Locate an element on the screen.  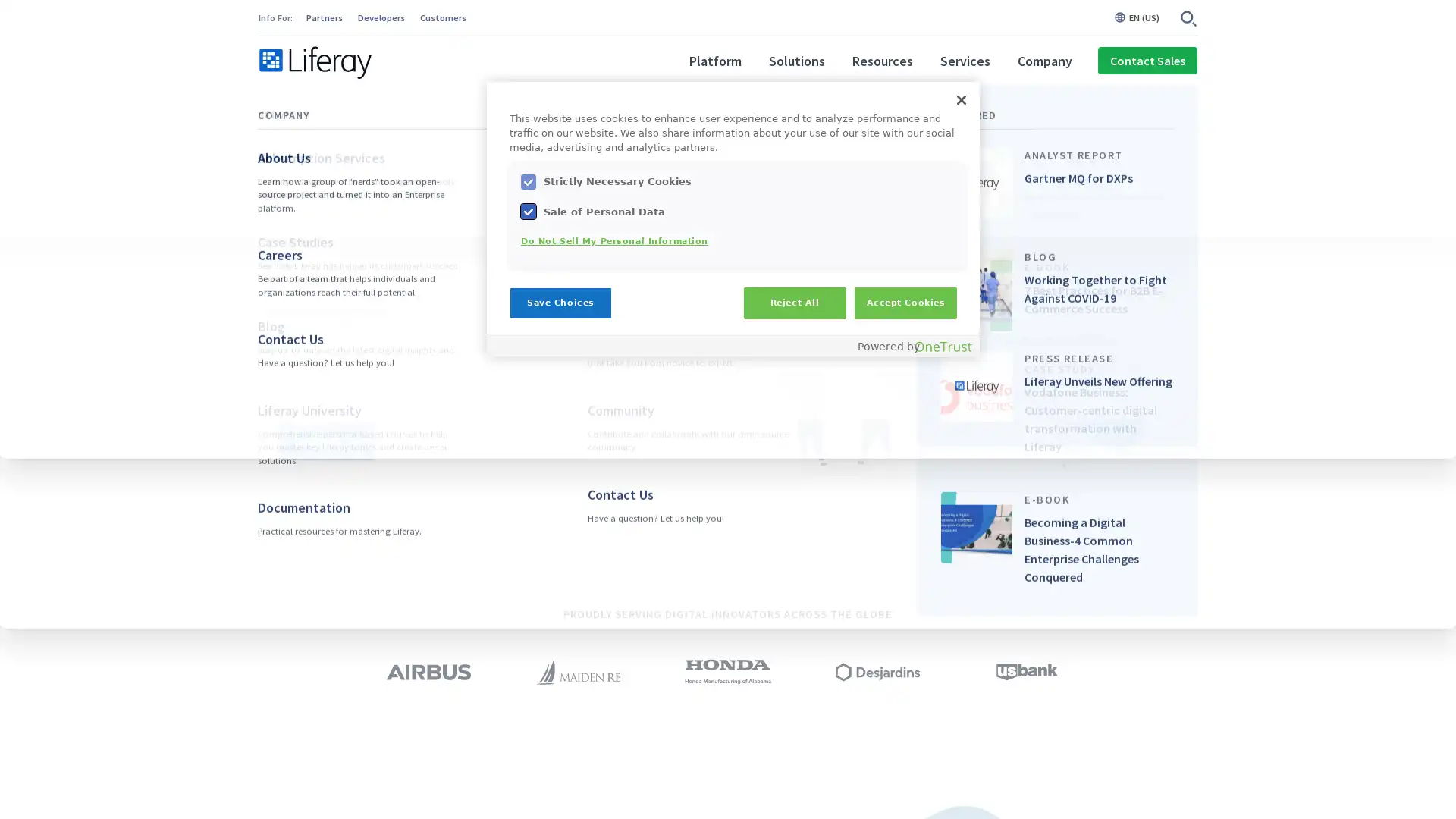
Do Not Sell My Personal Information is located at coordinates (614, 240).